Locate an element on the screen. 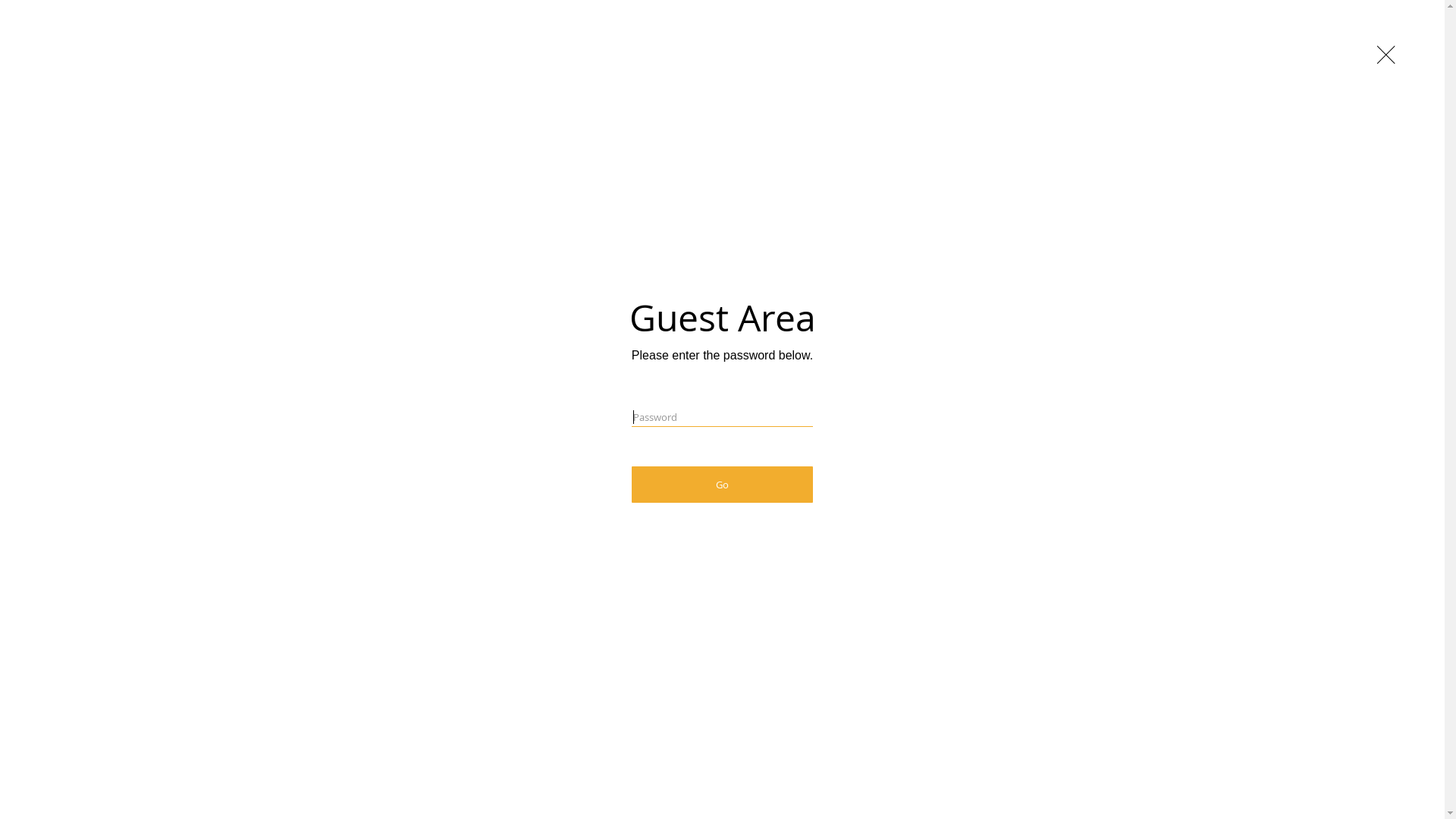 Image resolution: width=1456 pixels, height=819 pixels. 'Go' is located at coordinates (632, 485).